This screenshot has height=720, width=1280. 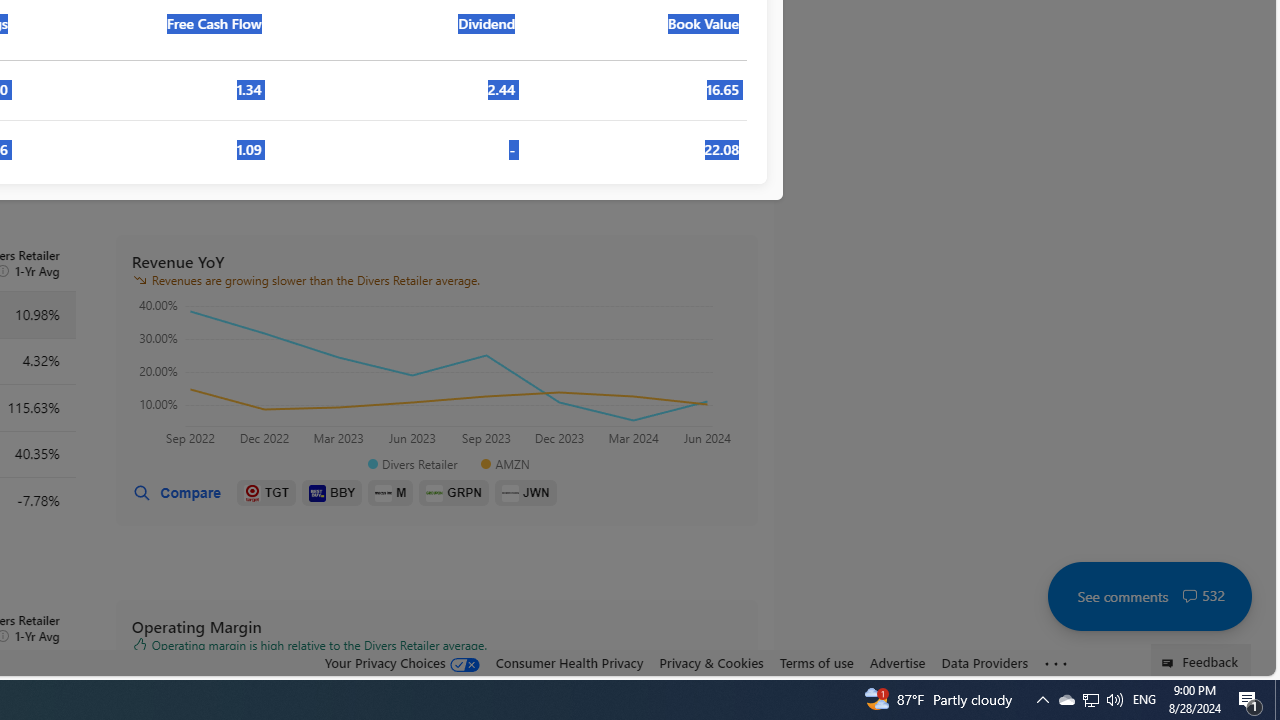 I want to click on 'See comments 532', so click(x=1149, y=595).